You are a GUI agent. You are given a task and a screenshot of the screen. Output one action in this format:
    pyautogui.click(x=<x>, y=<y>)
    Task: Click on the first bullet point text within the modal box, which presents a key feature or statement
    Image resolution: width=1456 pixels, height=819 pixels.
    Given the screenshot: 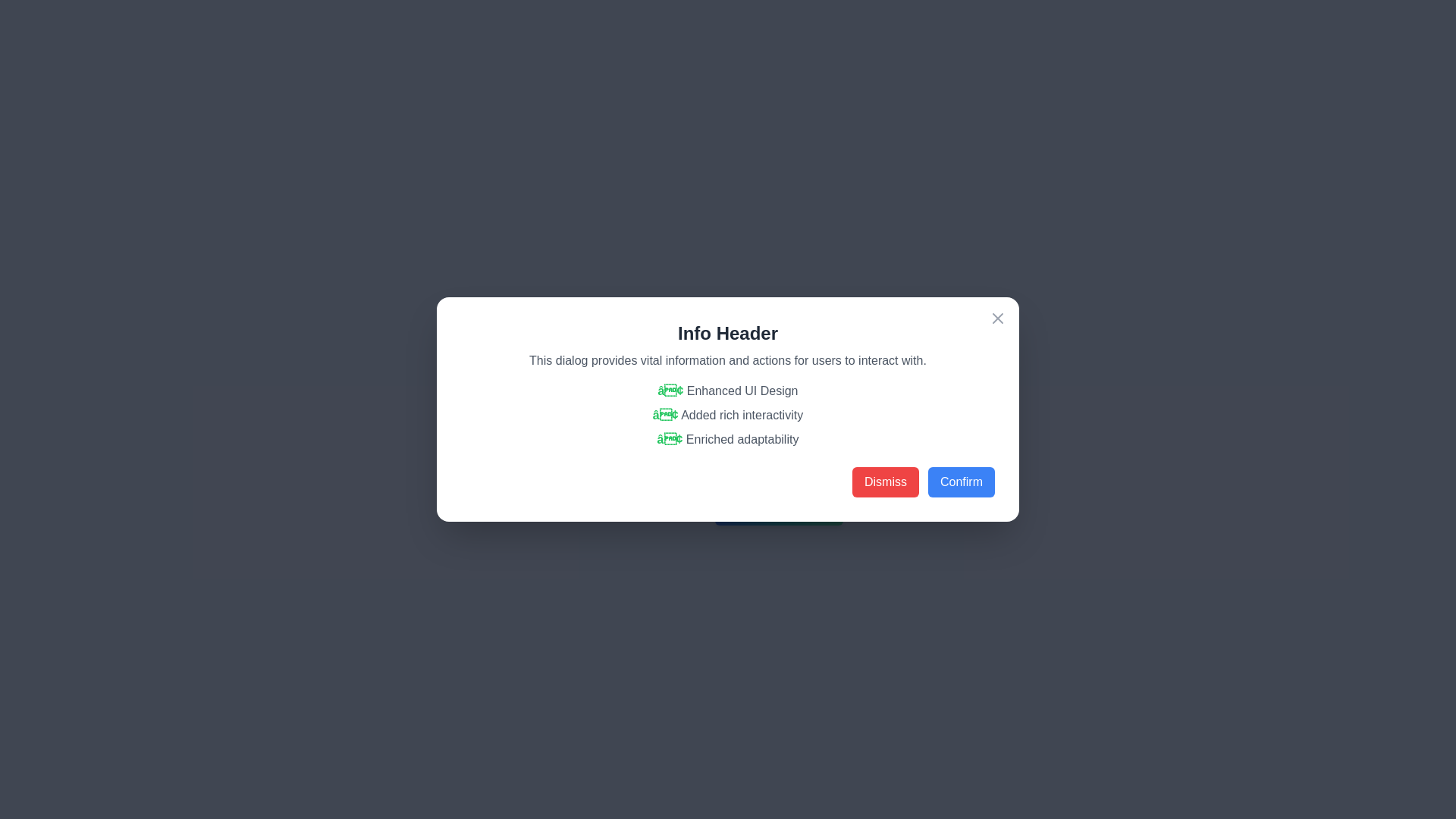 What is the action you would take?
    pyautogui.click(x=728, y=391)
    